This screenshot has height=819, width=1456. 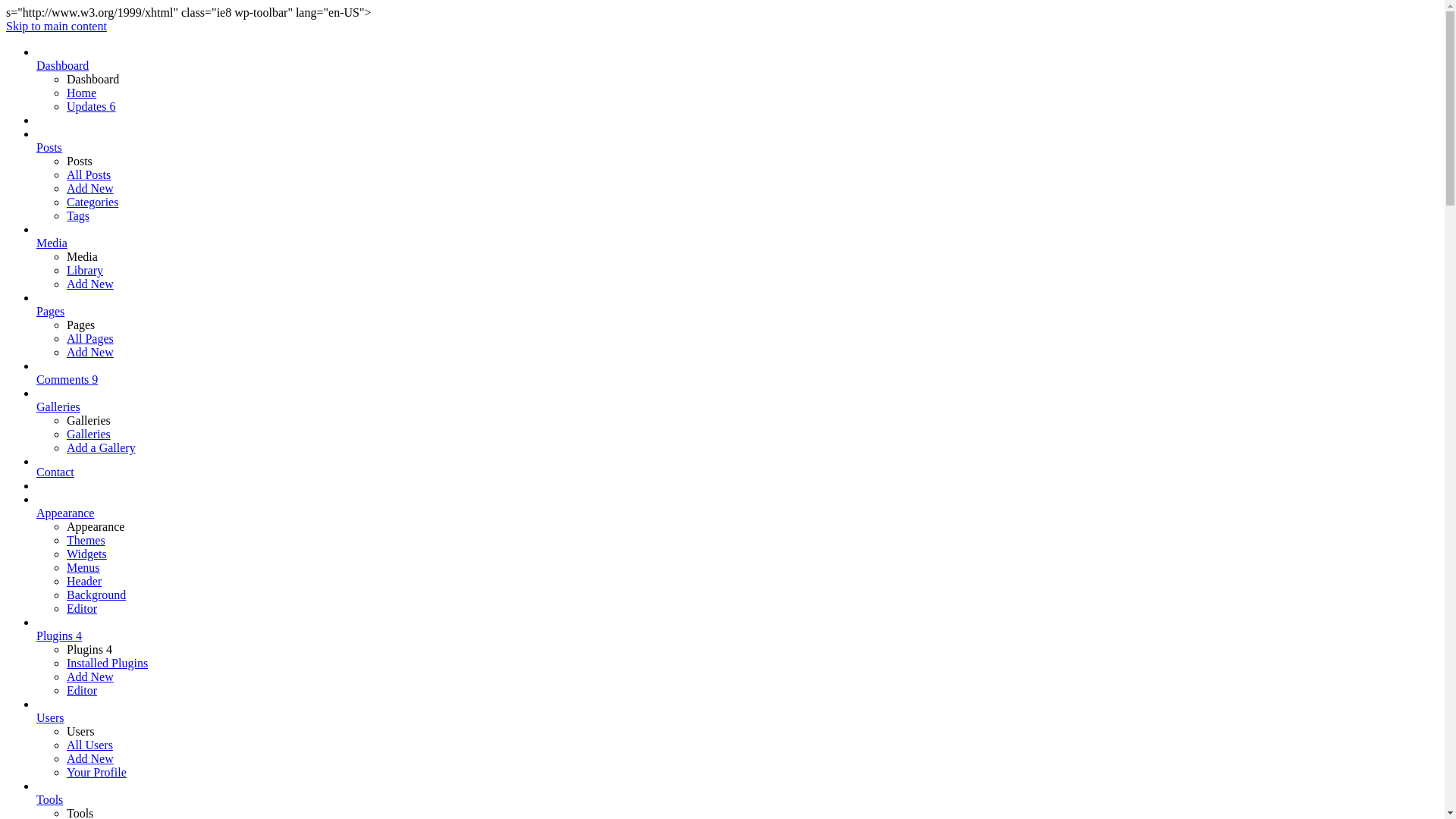 I want to click on 'Galleries', so click(x=87, y=434).